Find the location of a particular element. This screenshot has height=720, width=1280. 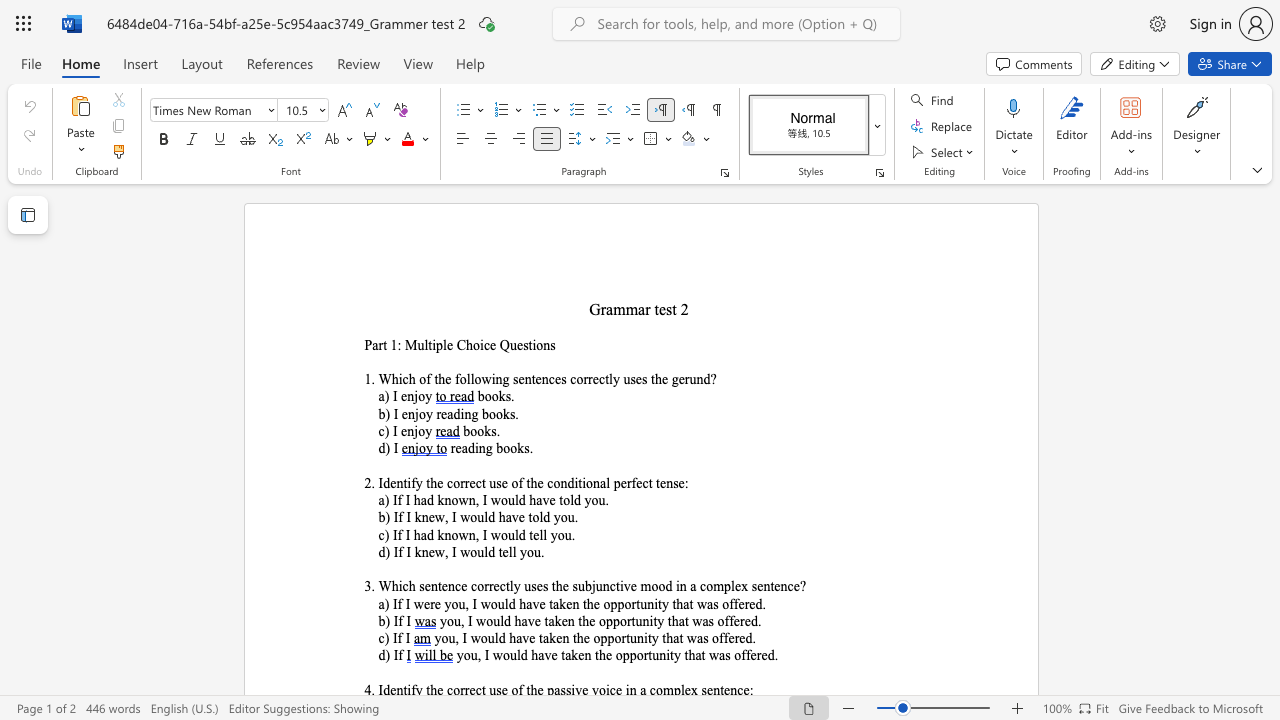

the space between the continuous character "d" and ")" in the text is located at coordinates (384, 655).